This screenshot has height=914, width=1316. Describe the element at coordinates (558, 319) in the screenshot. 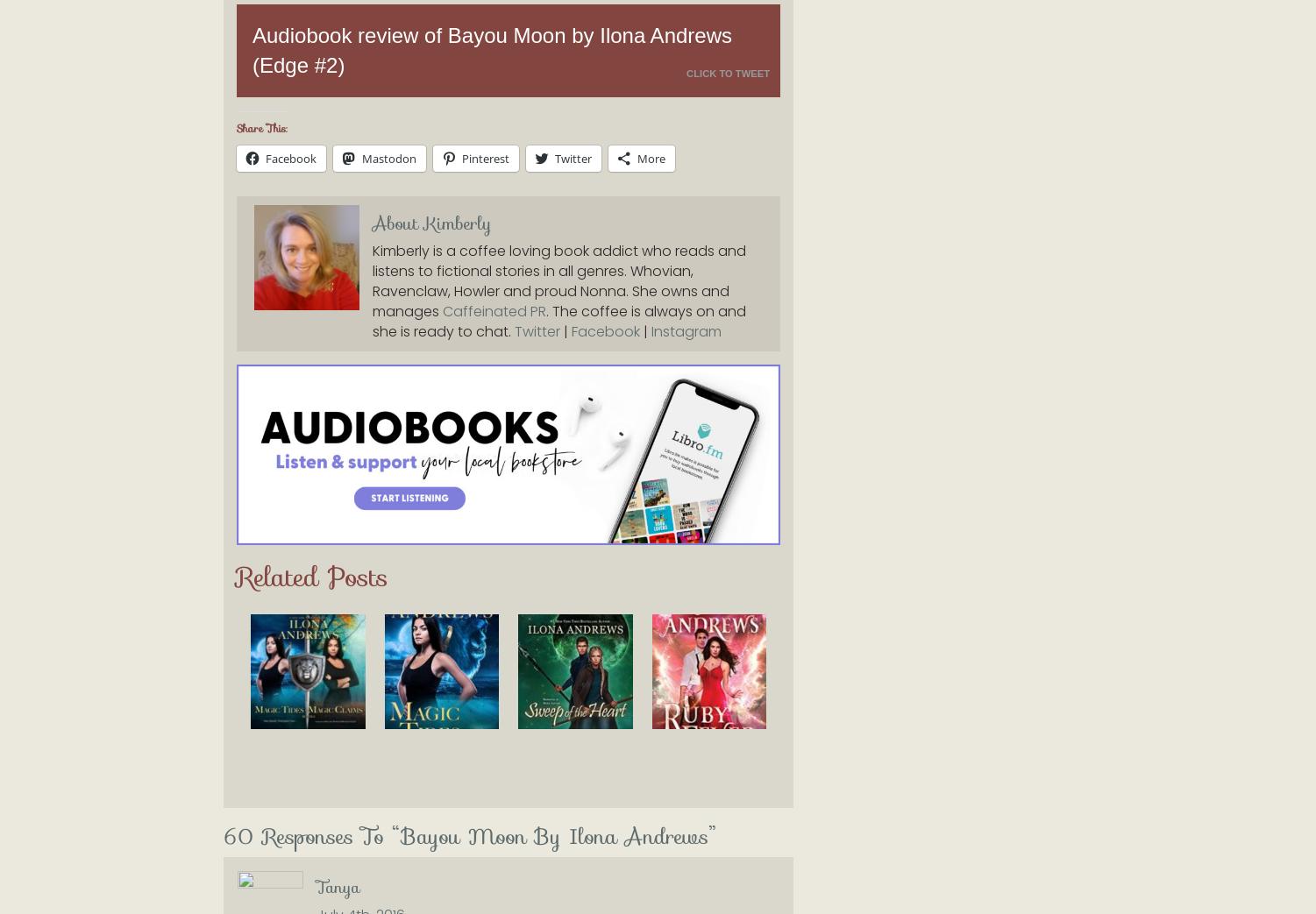

I see `'. The coffee is always on and she is ready to chat.'` at that location.